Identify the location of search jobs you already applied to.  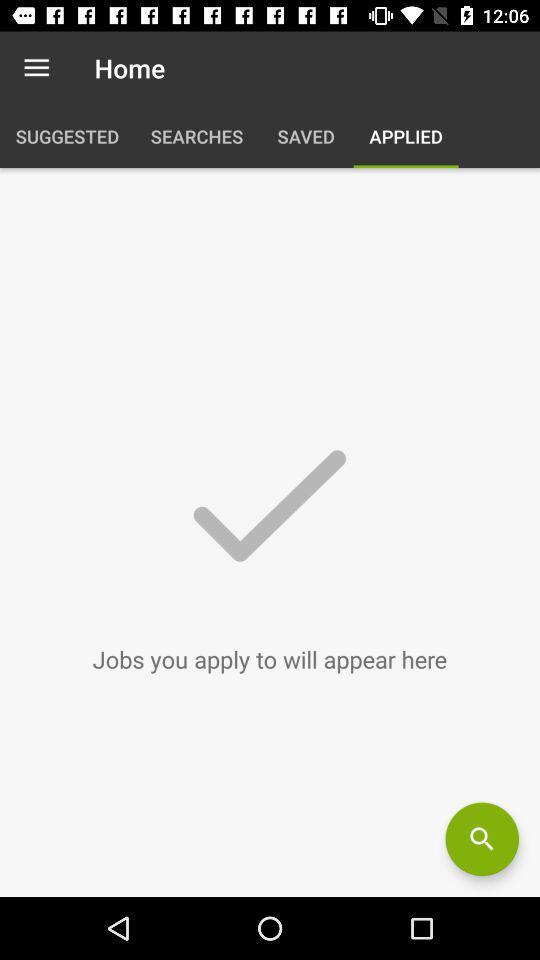
(481, 839).